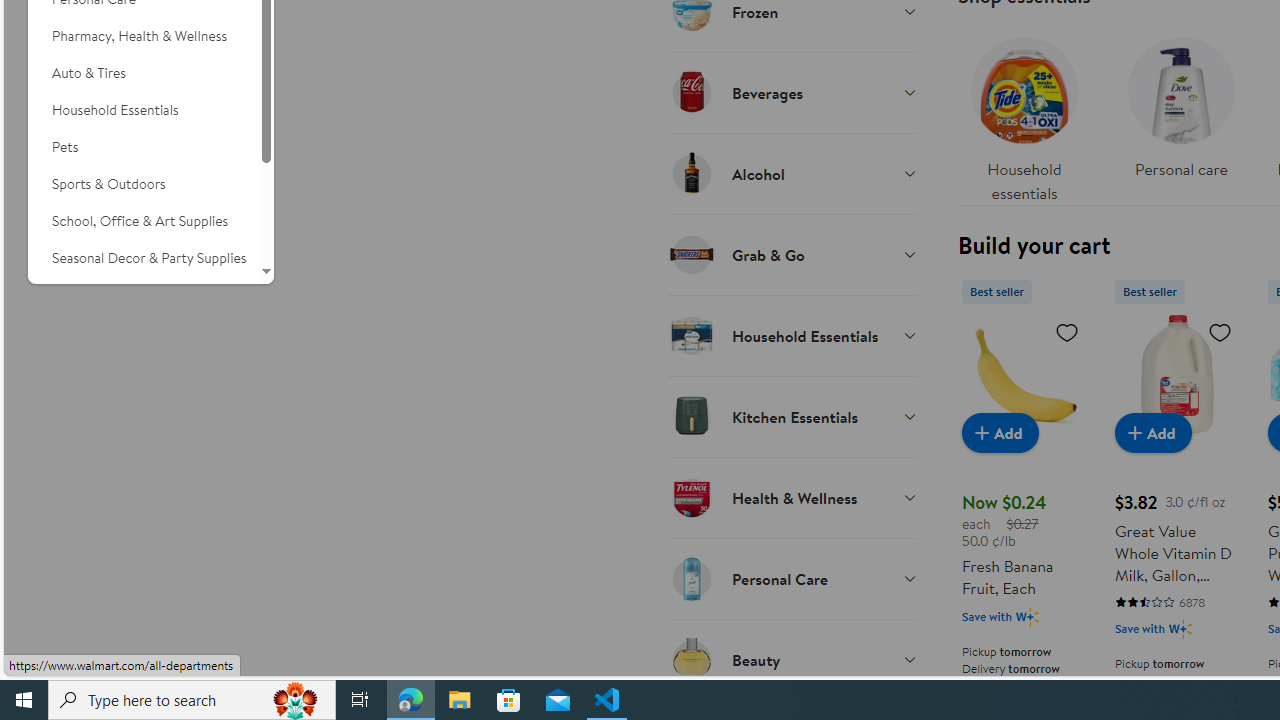  Describe the element at coordinates (142, 146) in the screenshot. I see `'Pets'` at that location.